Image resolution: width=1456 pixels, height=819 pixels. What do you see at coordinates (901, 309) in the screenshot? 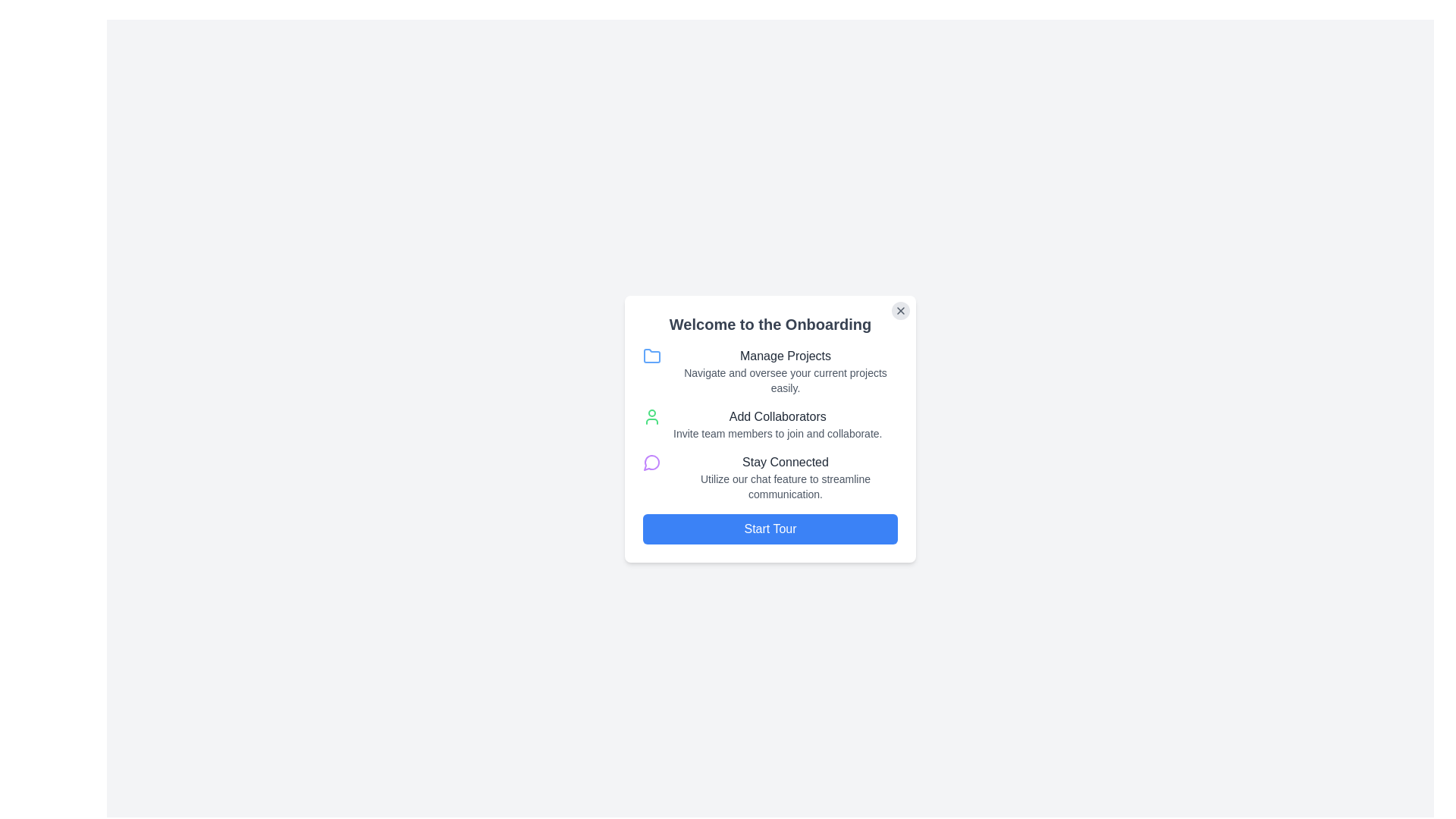
I see `the Close button located at the top-right corner of the onboarding modal` at bounding box center [901, 309].